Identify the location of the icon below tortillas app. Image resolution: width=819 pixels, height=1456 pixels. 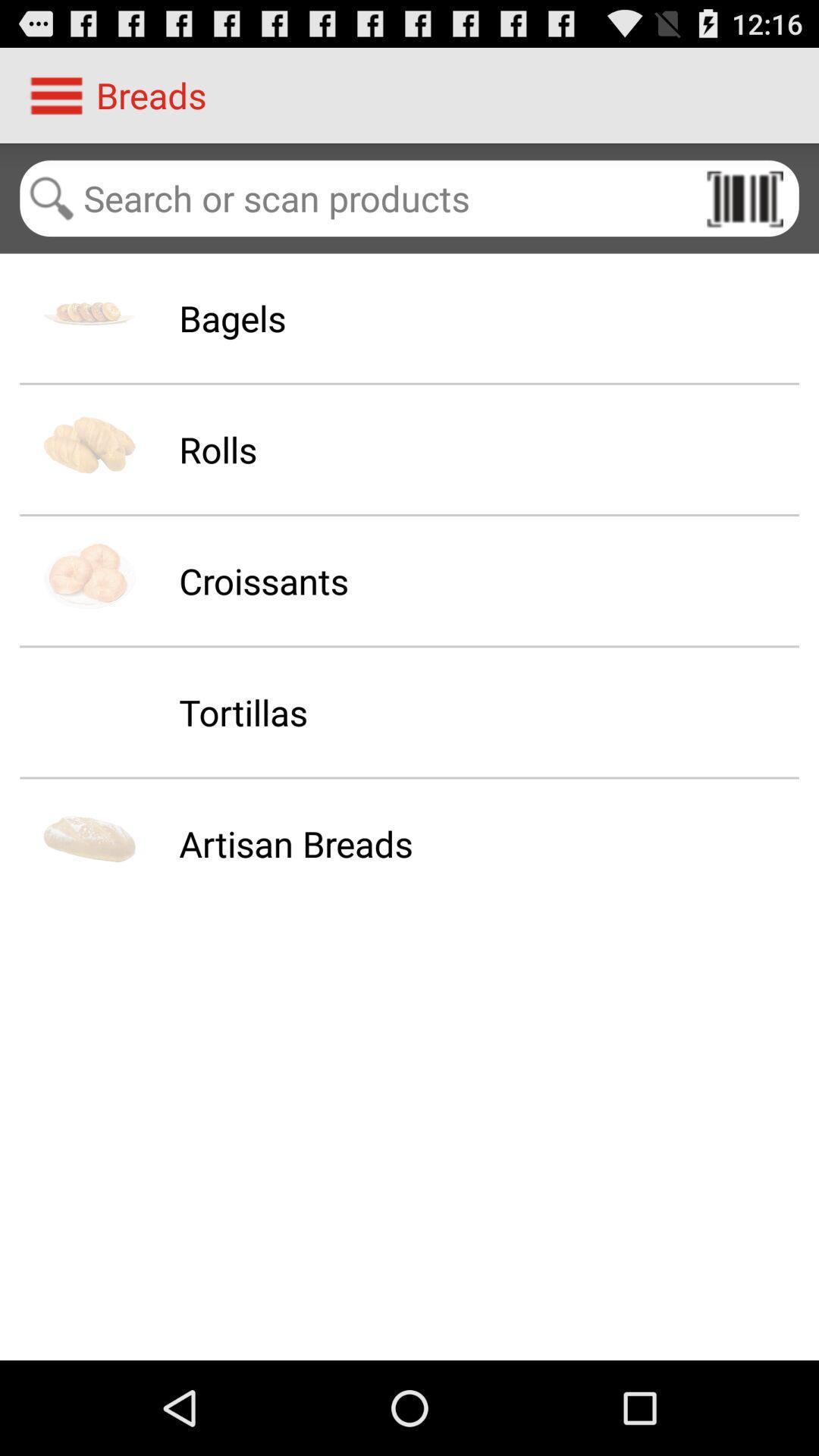
(296, 843).